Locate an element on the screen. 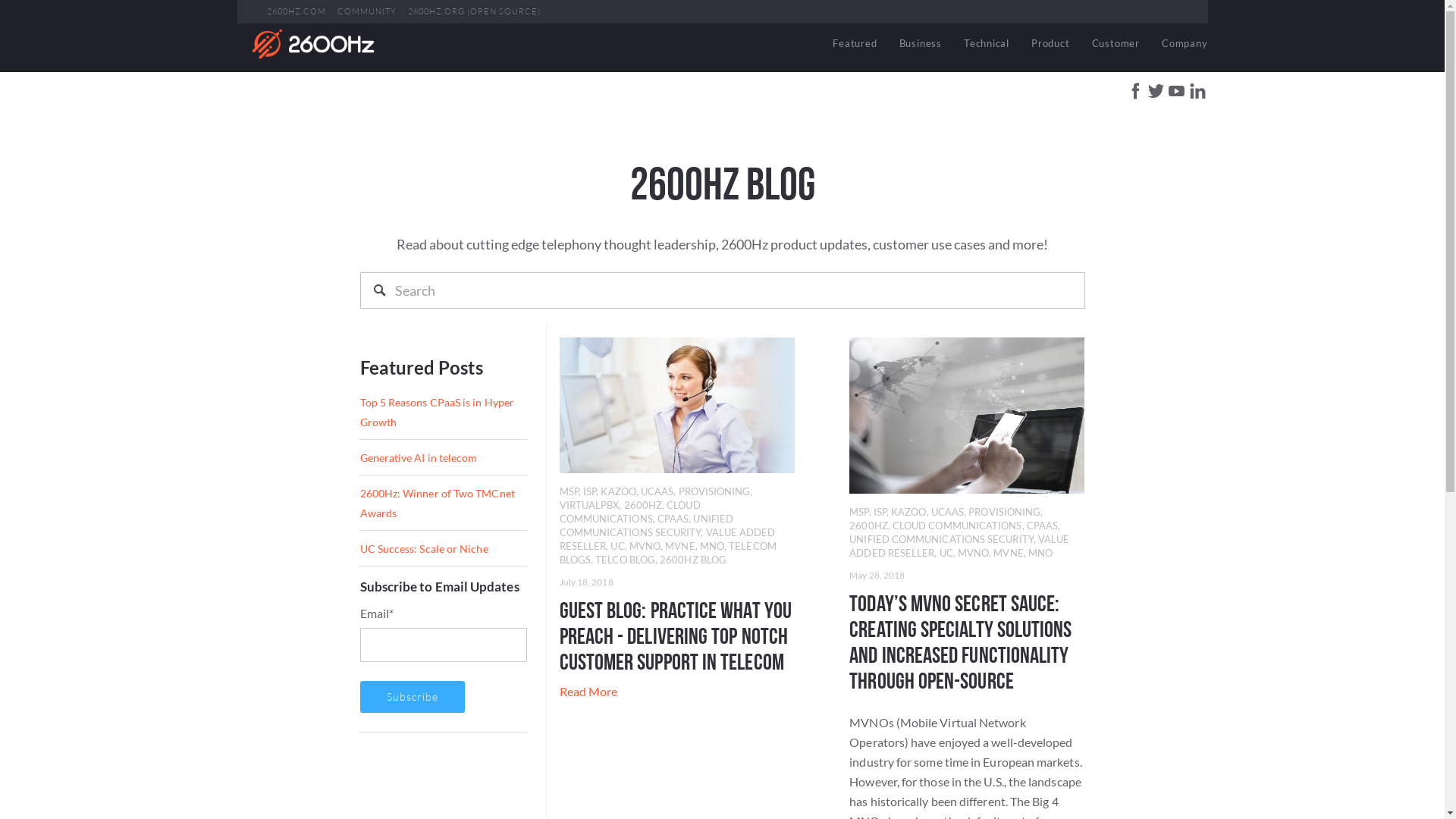 The width and height of the screenshot is (1456, 819). 'PROVISIONING' is located at coordinates (967, 512).